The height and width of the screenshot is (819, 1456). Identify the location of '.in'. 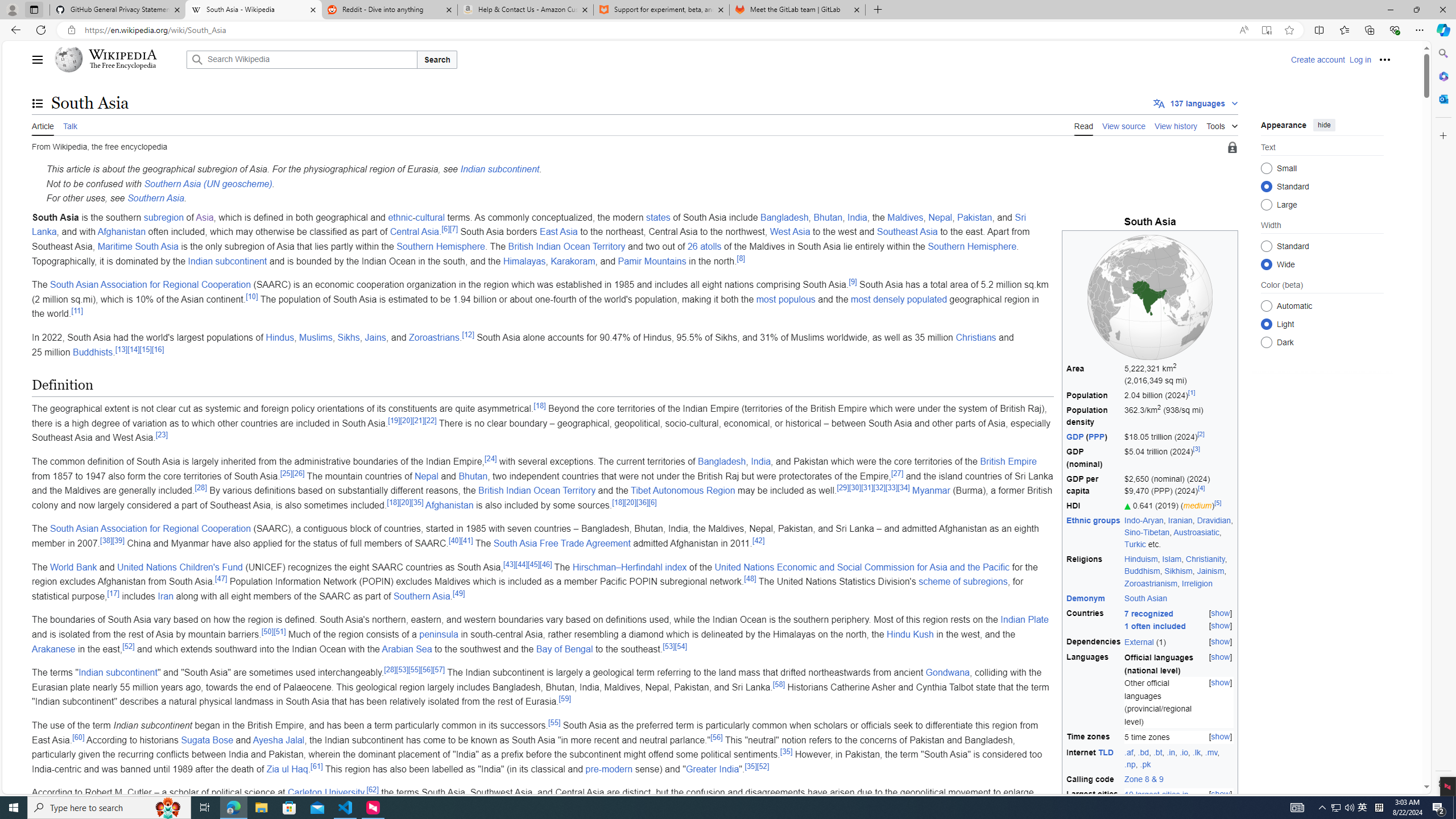
(1170, 751).